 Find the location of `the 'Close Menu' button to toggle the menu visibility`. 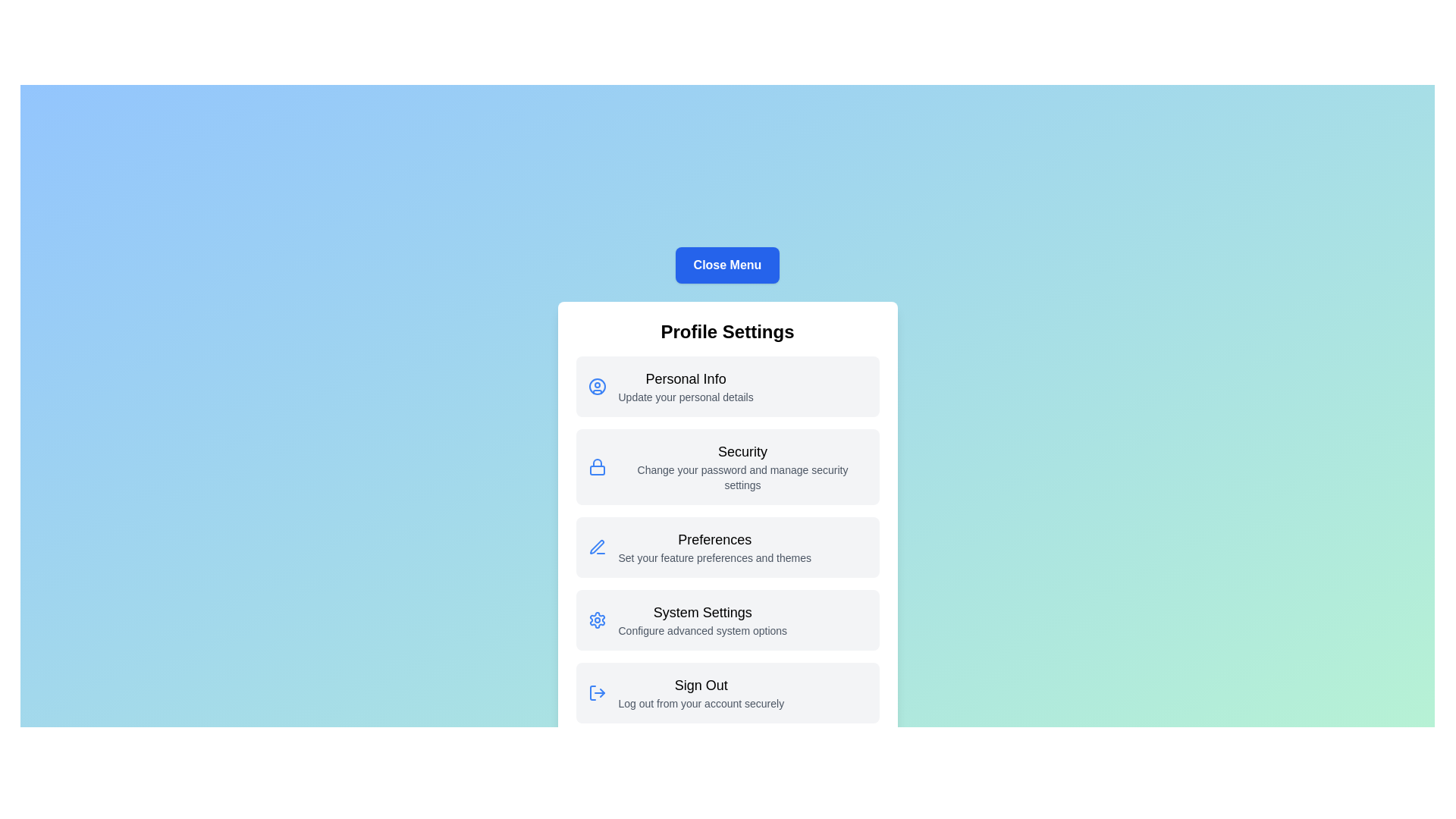

the 'Close Menu' button to toggle the menu visibility is located at coordinates (726, 265).